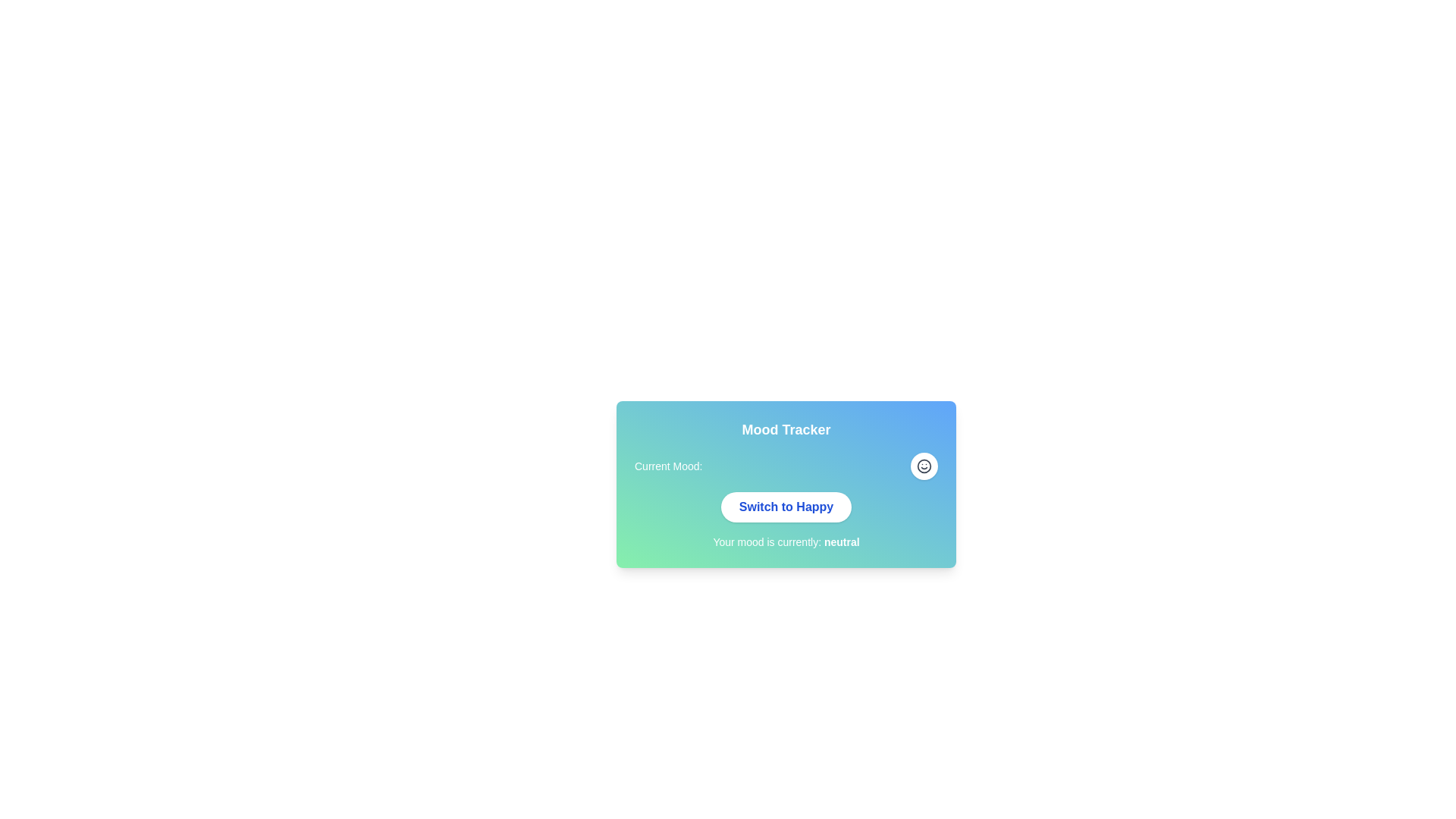  I want to click on the 'Mood Tracker' modal content area, so click(786, 512).